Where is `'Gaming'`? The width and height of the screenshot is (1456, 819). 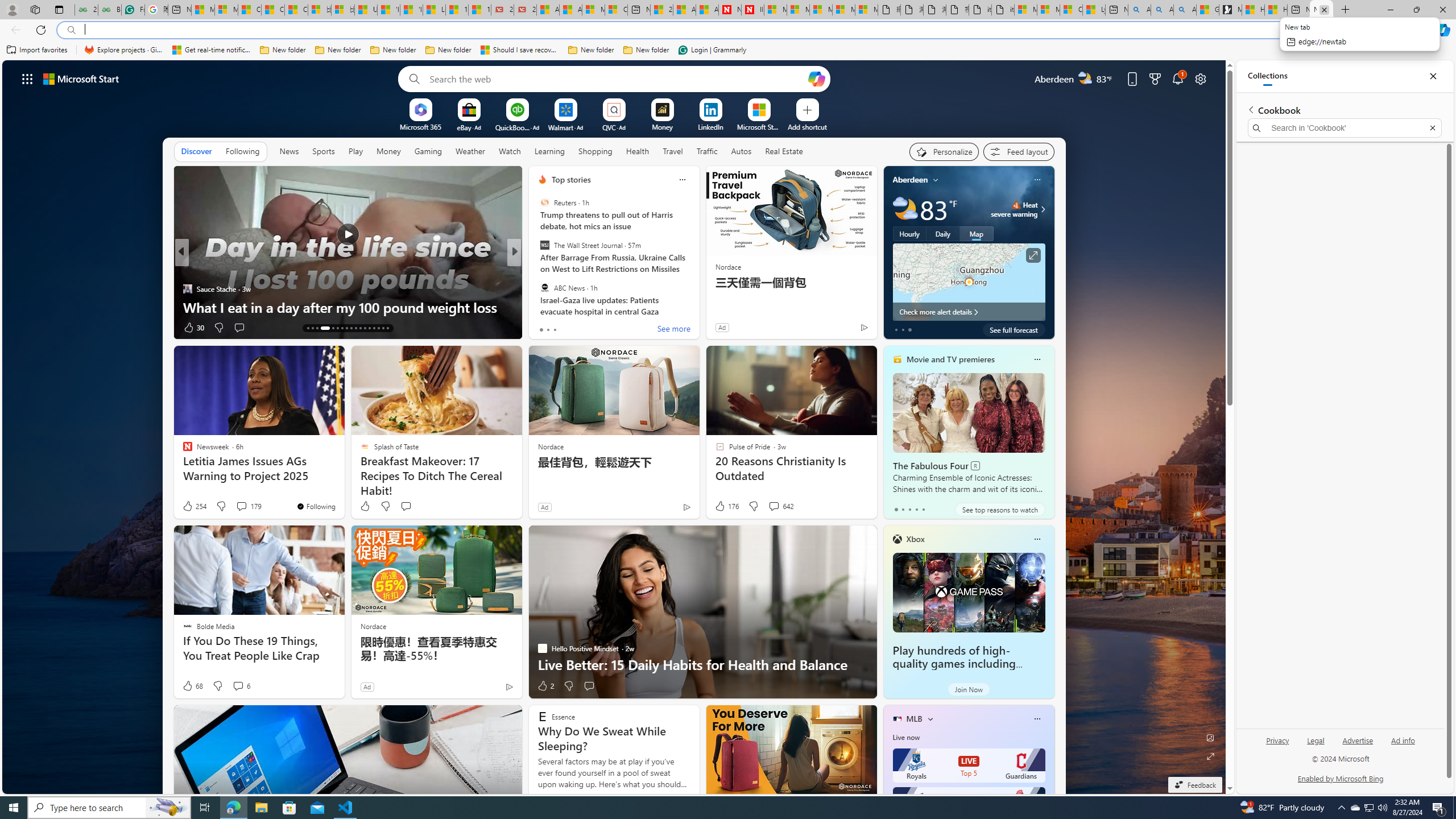
'Gaming' is located at coordinates (428, 150).